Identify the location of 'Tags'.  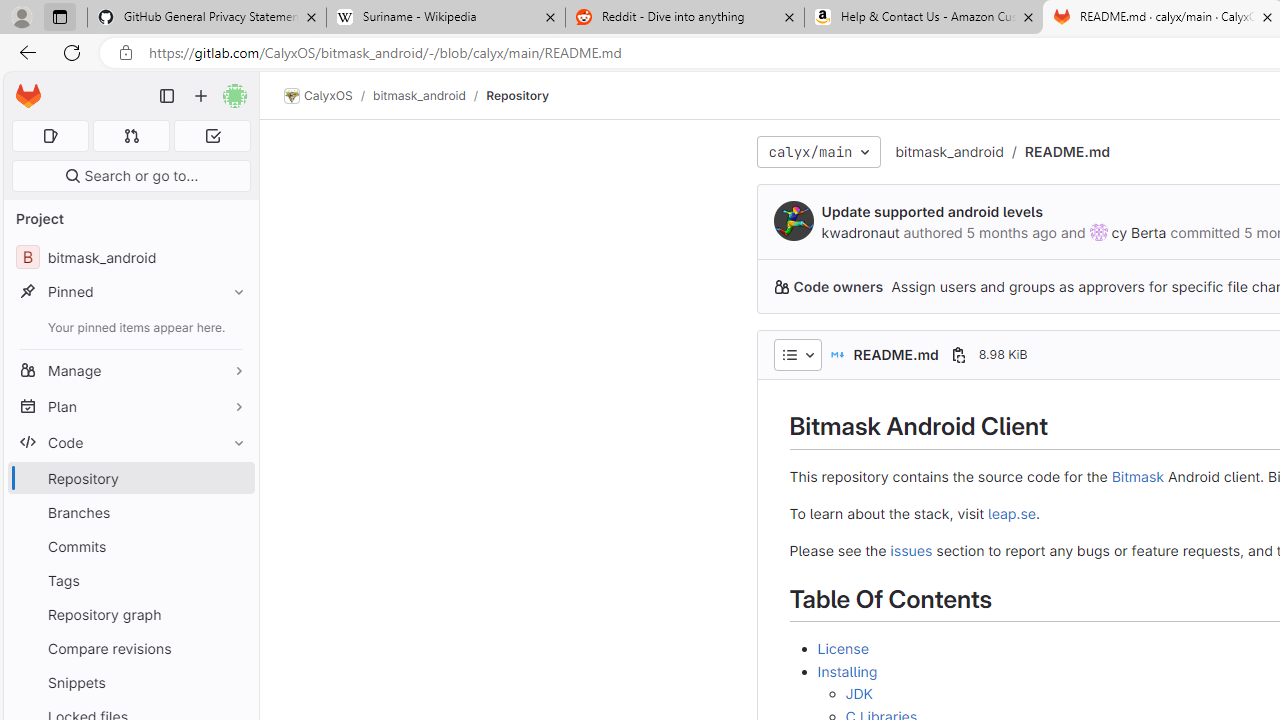
(130, 580).